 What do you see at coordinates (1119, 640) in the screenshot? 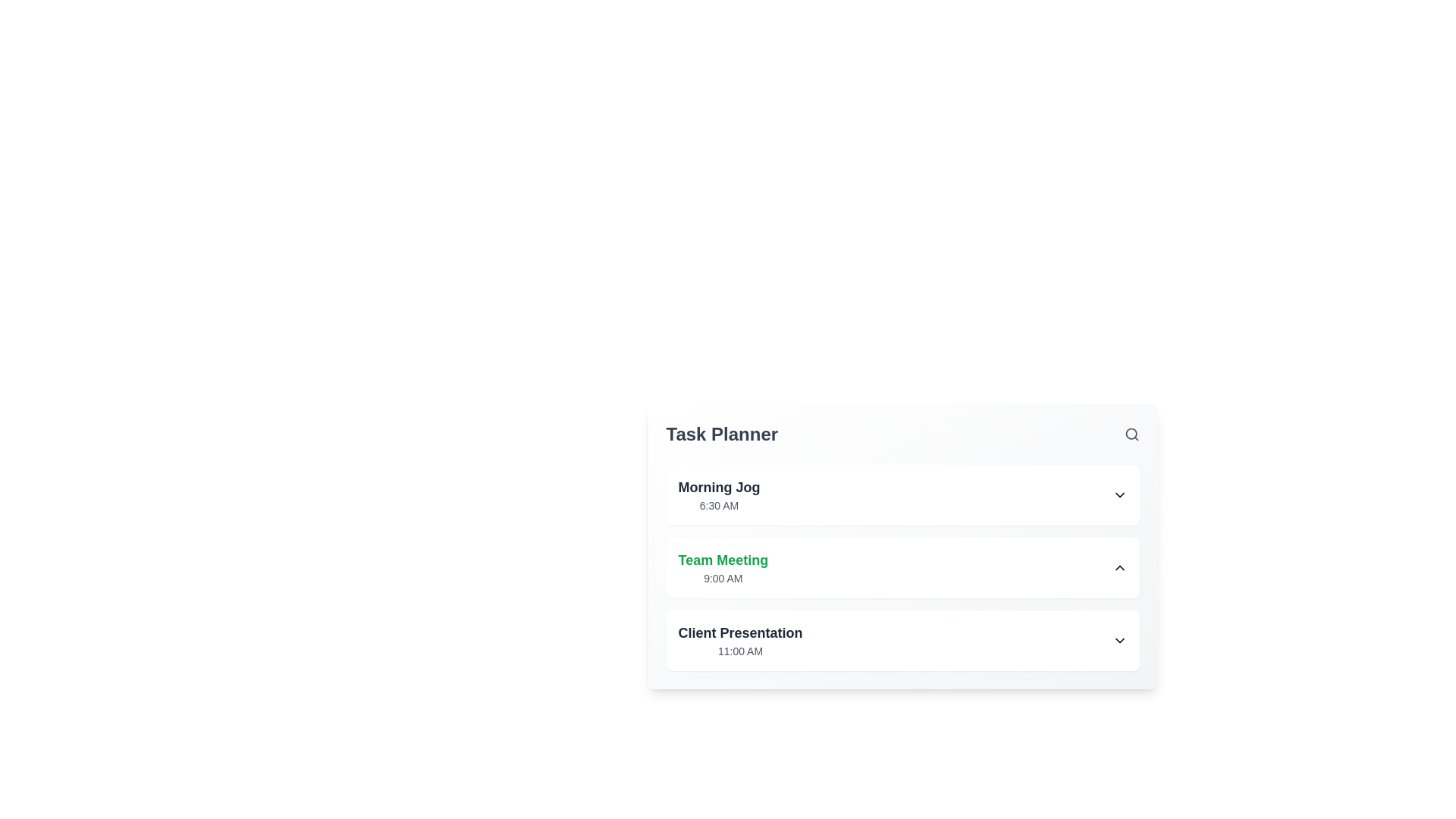
I see `the button to mark the task 'Client Presentation at 11:00 AM' as completed` at bounding box center [1119, 640].